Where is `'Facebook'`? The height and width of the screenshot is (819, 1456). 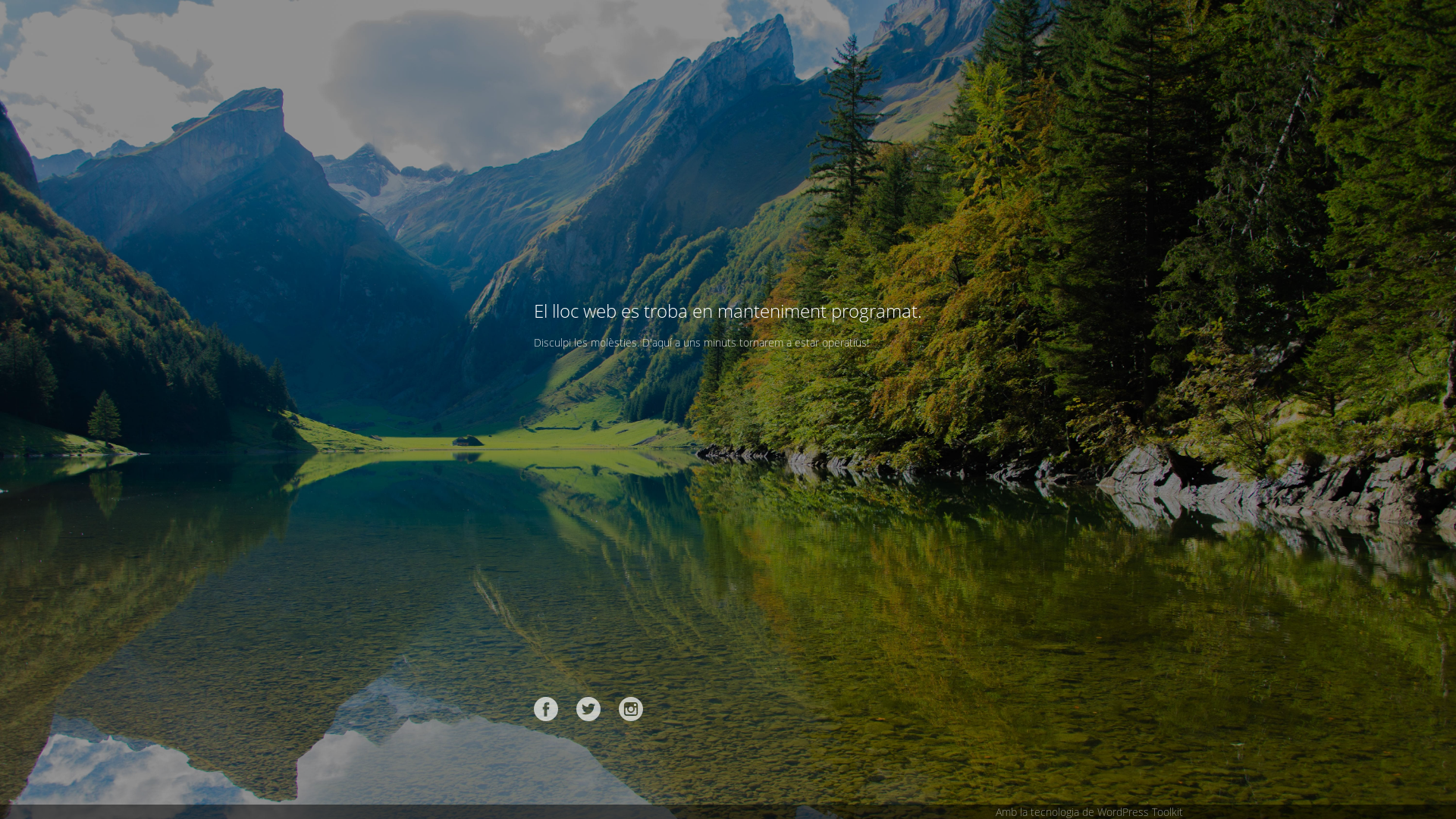 'Facebook' is located at coordinates (546, 708).